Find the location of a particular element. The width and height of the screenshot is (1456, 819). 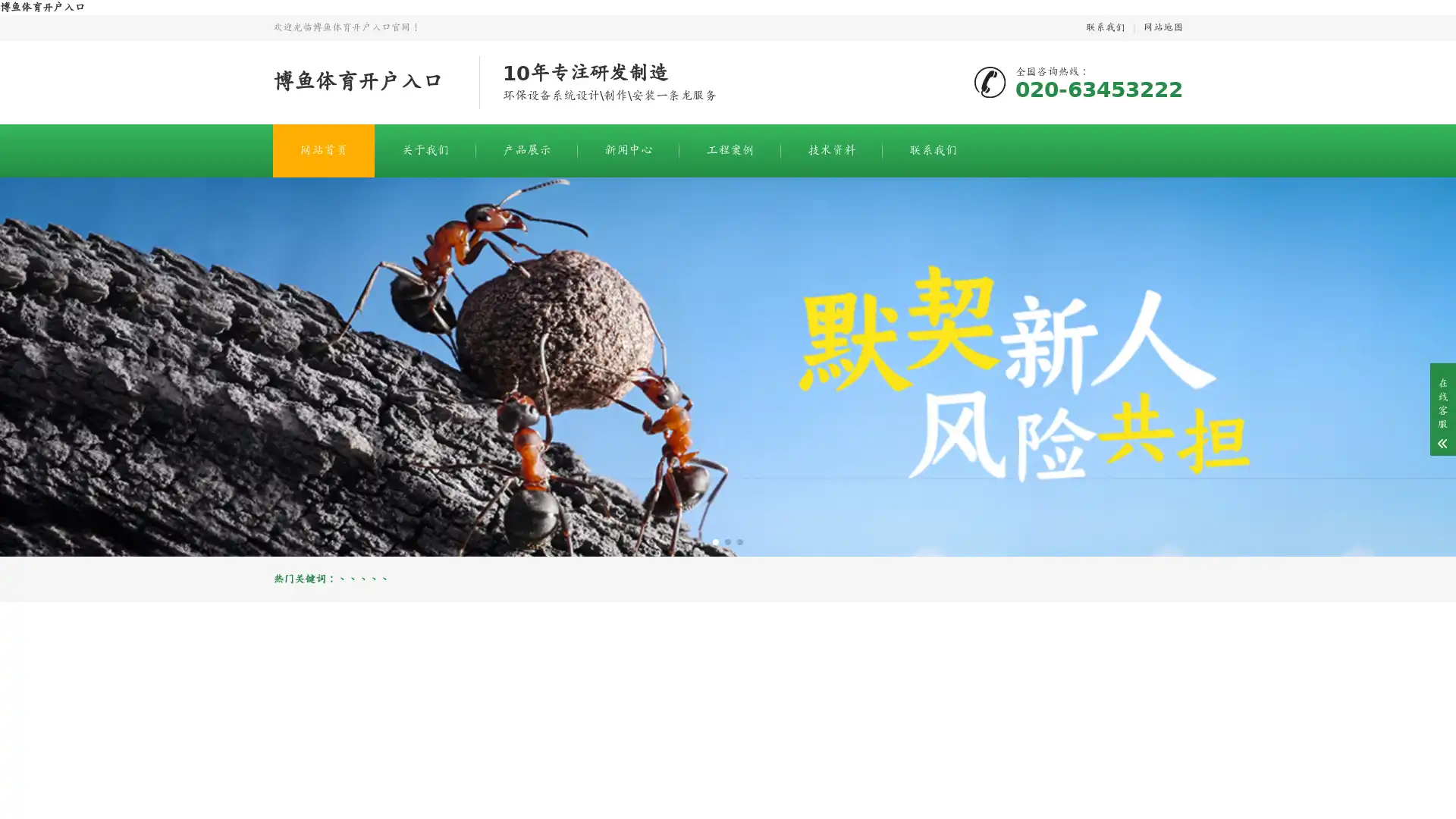

Go to slide 1 is located at coordinates (715, 541).